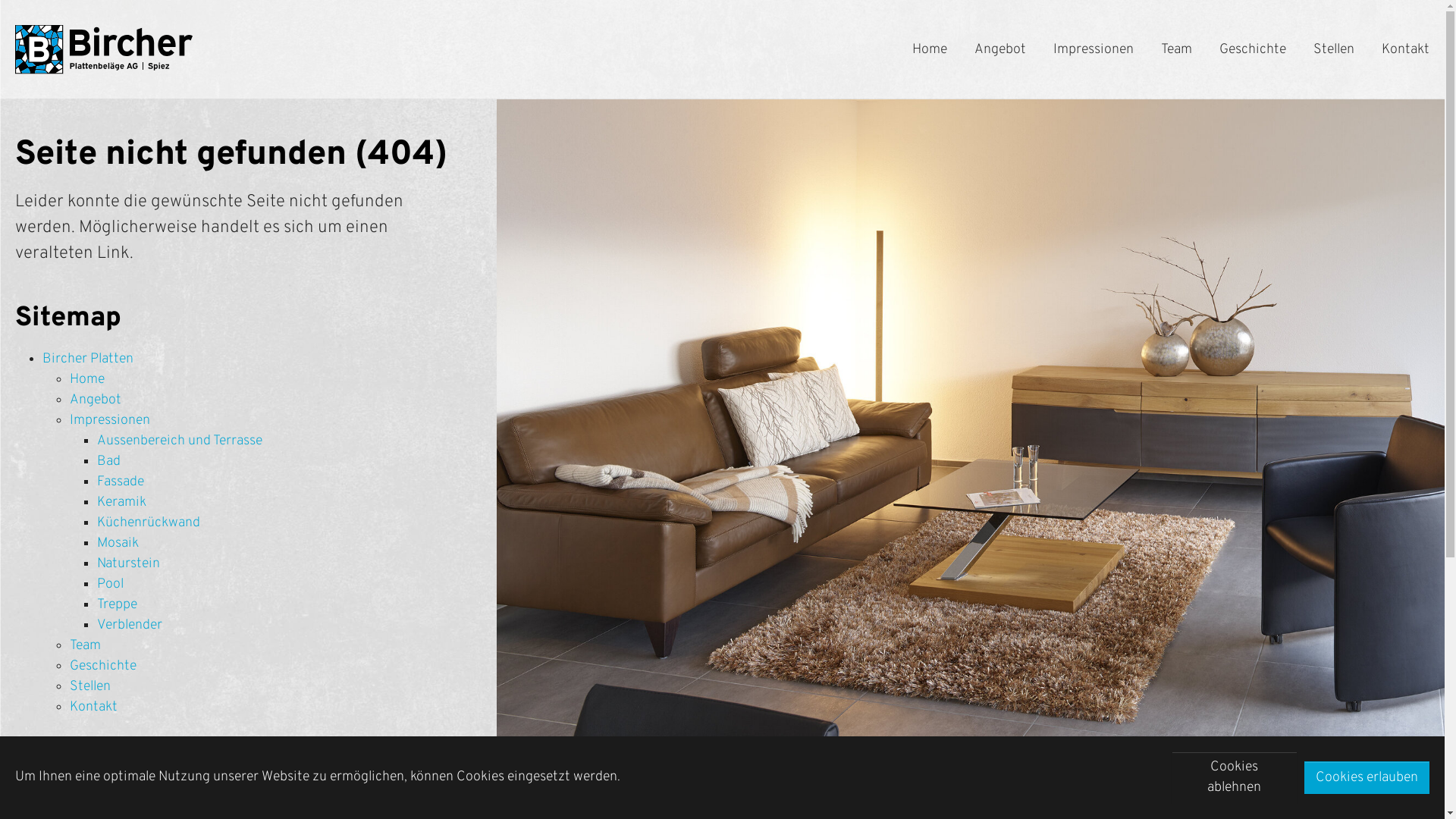 The image size is (1456, 819). I want to click on 'Aussenbereich und Terrasse', so click(179, 441).